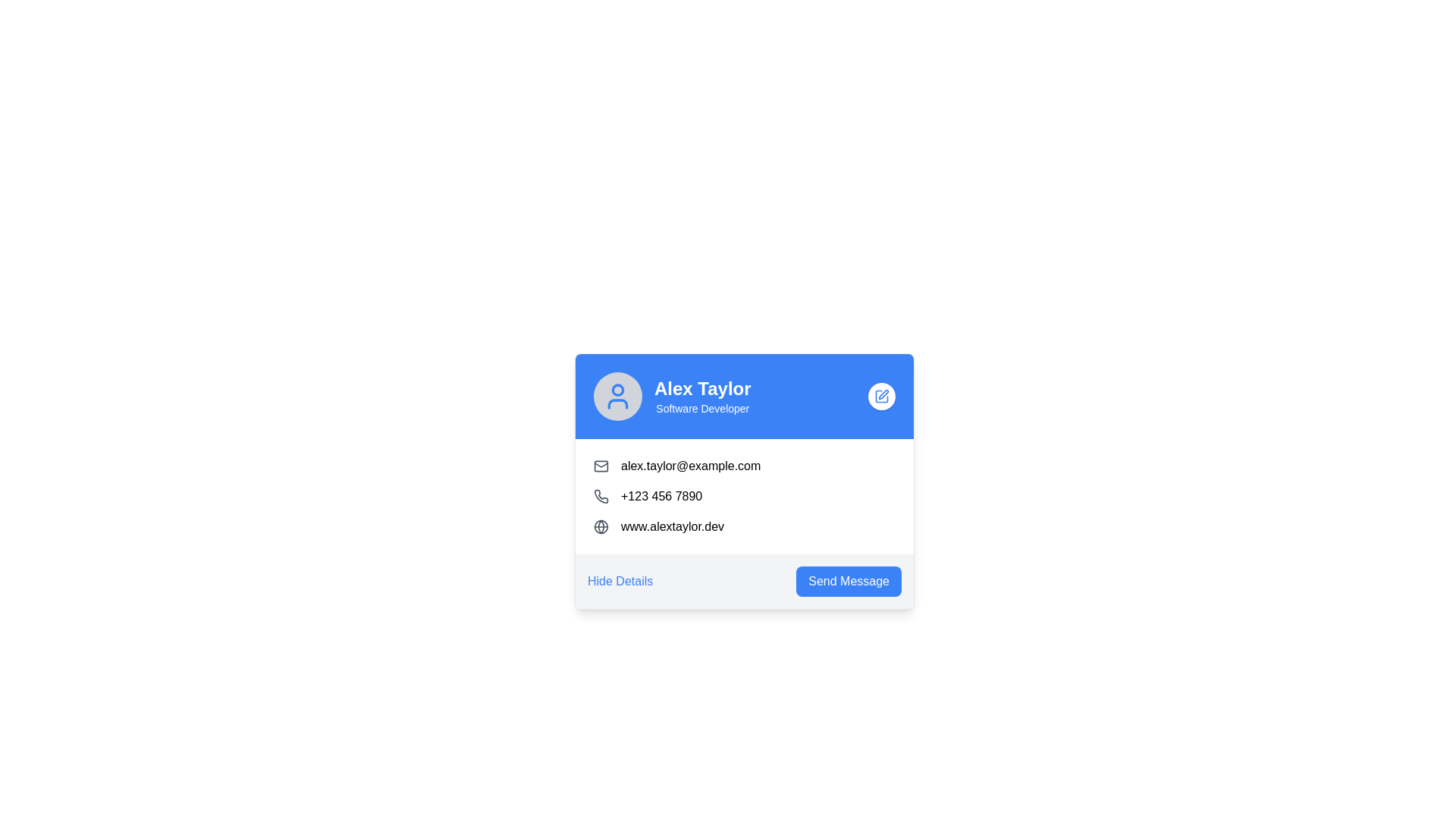 The width and height of the screenshot is (1456, 819). Describe the element at coordinates (618, 388) in the screenshot. I see `the user profile icon, which is part of the graphical component representing the user in the interface, located at the top-left section of the card` at that location.